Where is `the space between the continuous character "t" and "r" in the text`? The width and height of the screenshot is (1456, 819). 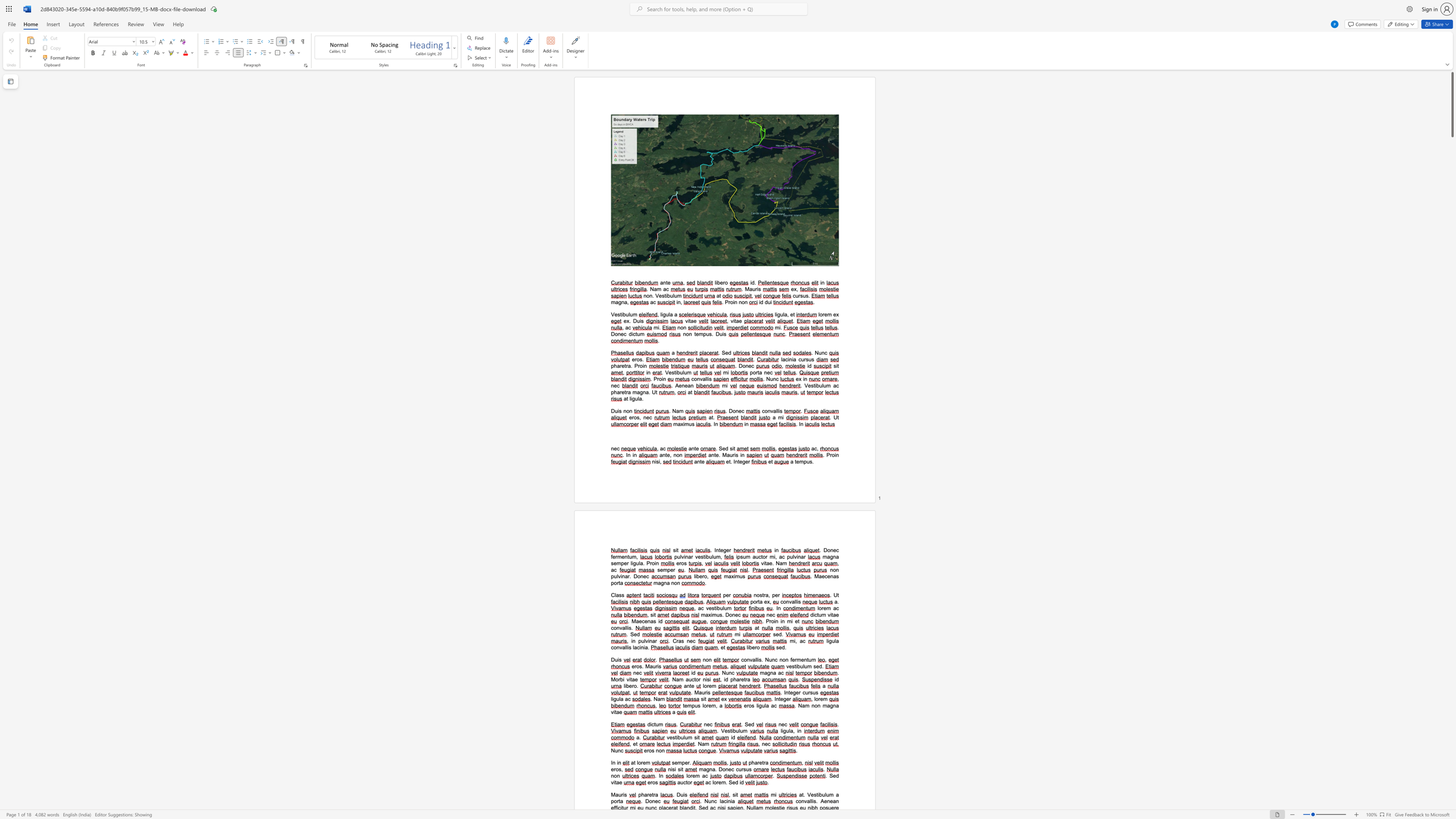
the space between the continuous character "t" and "r" in the text is located at coordinates (653, 794).